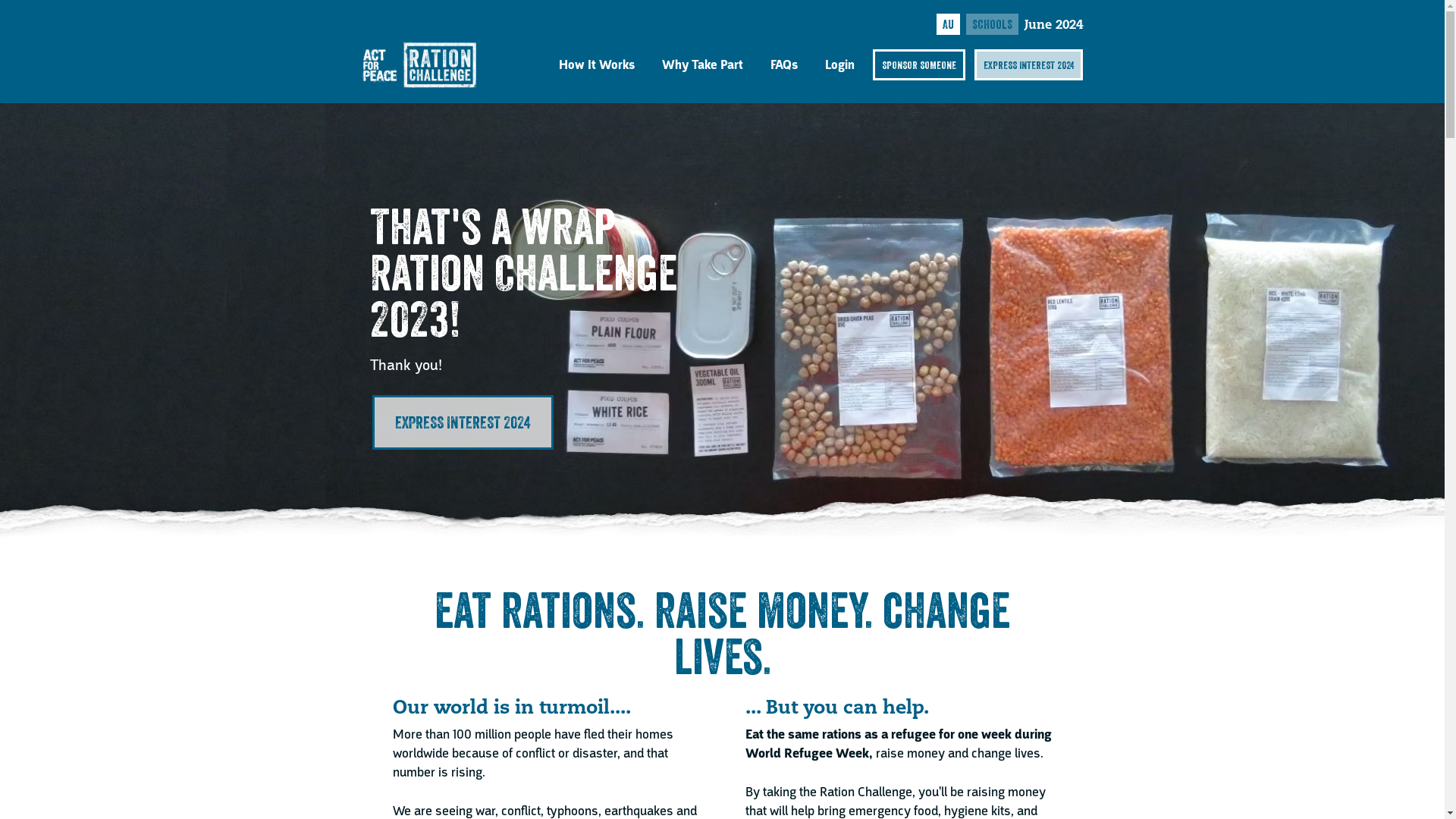 The width and height of the screenshot is (1456, 819). Describe the element at coordinates (701, 64) in the screenshot. I see `'Why Take Part'` at that location.